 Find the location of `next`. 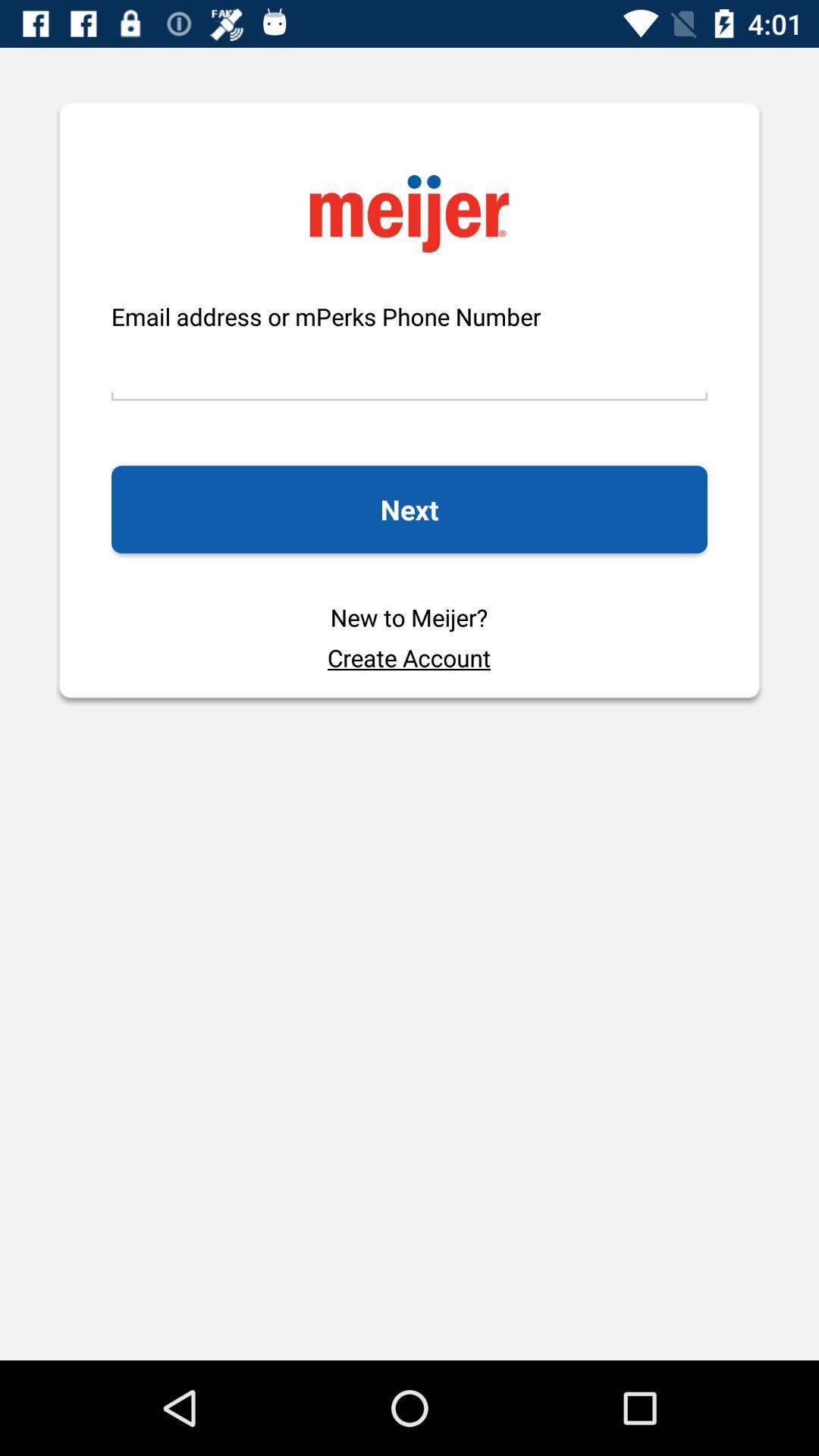

next is located at coordinates (409, 510).